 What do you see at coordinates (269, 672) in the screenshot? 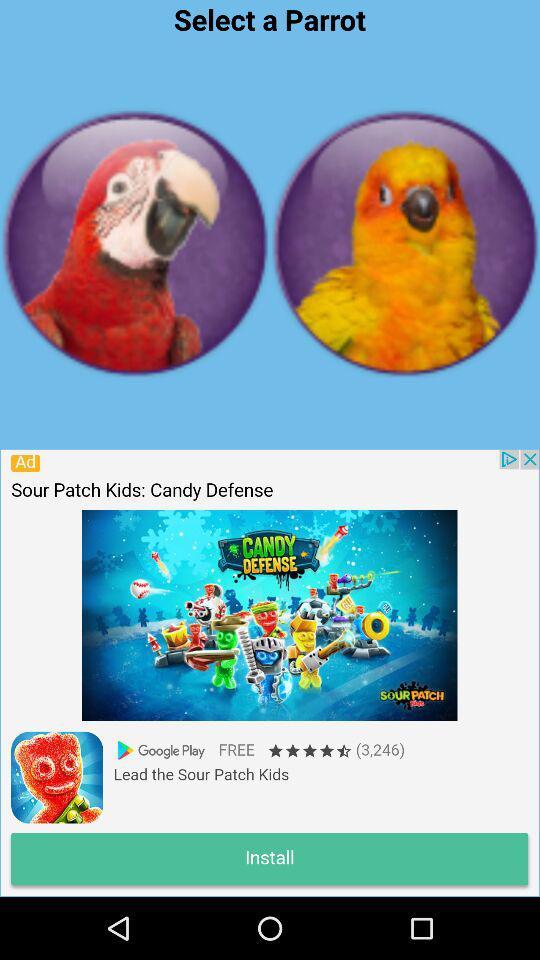
I see `advertisement page` at bounding box center [269, 672].